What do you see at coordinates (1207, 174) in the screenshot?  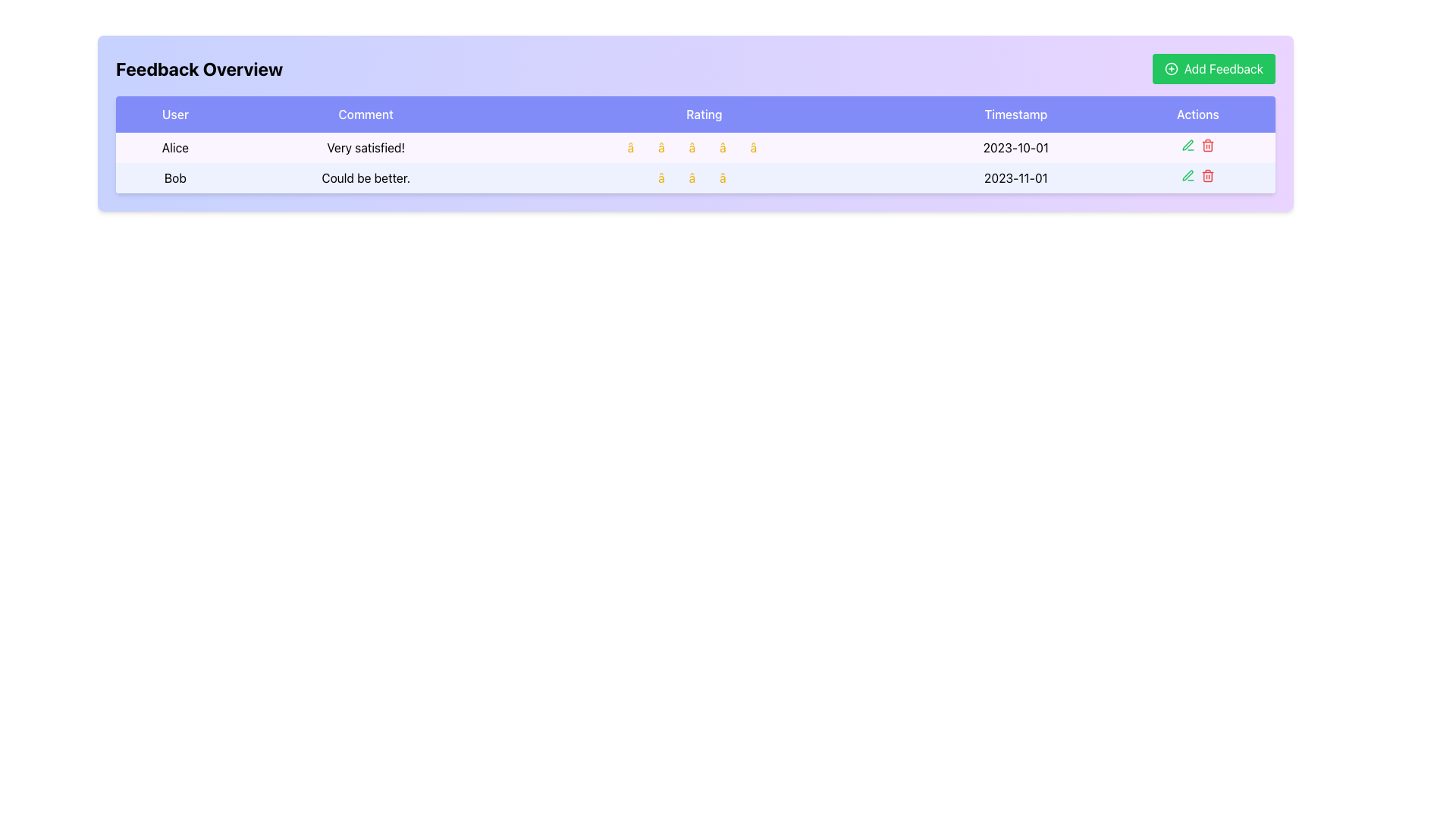 I see `the red trash icon button located at the rightmost end of the second row in the 'Actions' column of the displayed table` at bounding box center [1207, 174].